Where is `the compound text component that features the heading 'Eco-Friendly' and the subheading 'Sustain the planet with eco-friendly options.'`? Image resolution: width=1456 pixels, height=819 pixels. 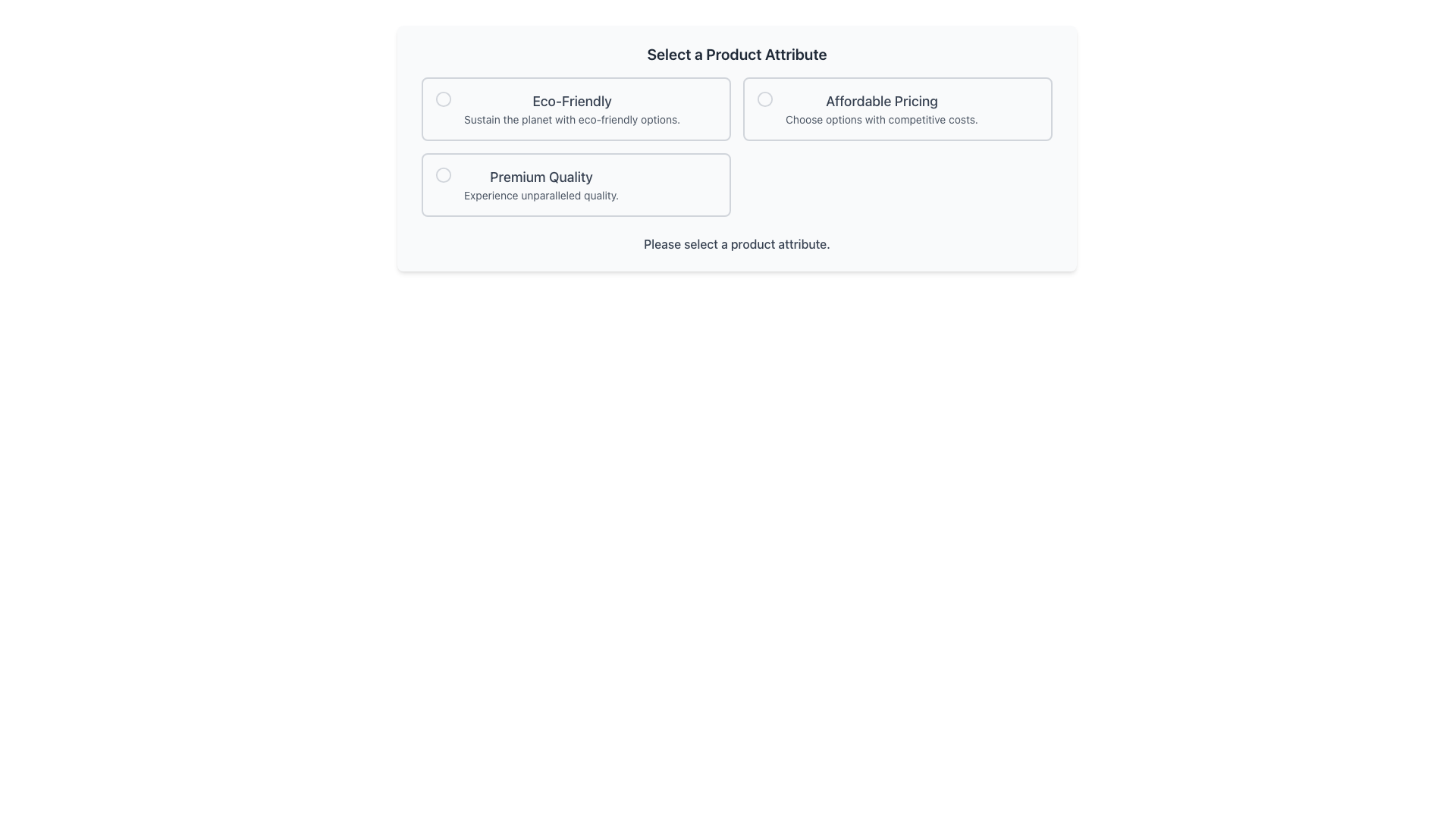
the compound text component that features the heading 'Eco-Friendly' and the subheading 'Sustain the planet with eco-friendly options.' is located at coordinates (571, 108).